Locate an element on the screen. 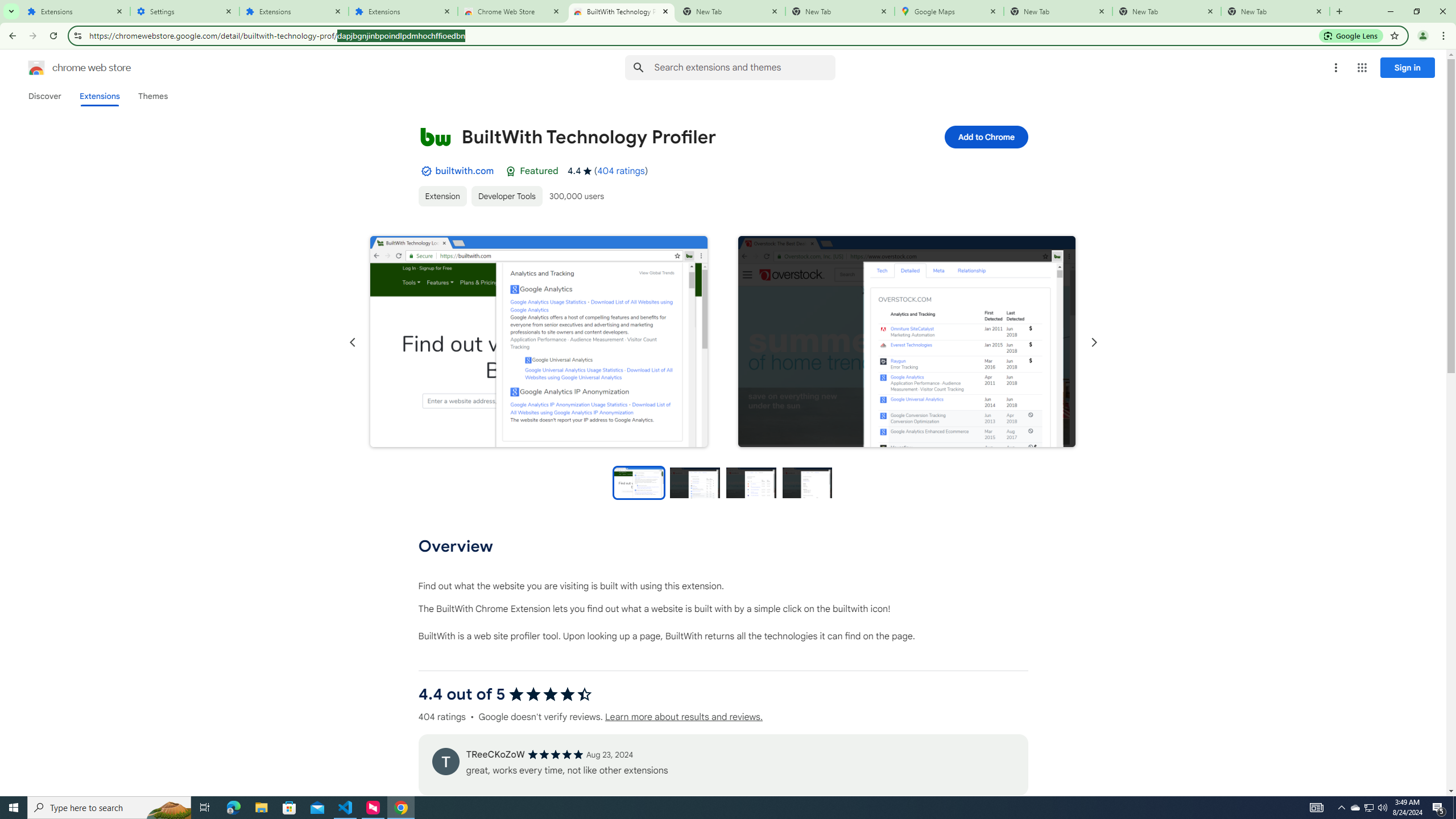 The image size is (1456, 819). 'Google Maps' is located at coordinates (949, 11).